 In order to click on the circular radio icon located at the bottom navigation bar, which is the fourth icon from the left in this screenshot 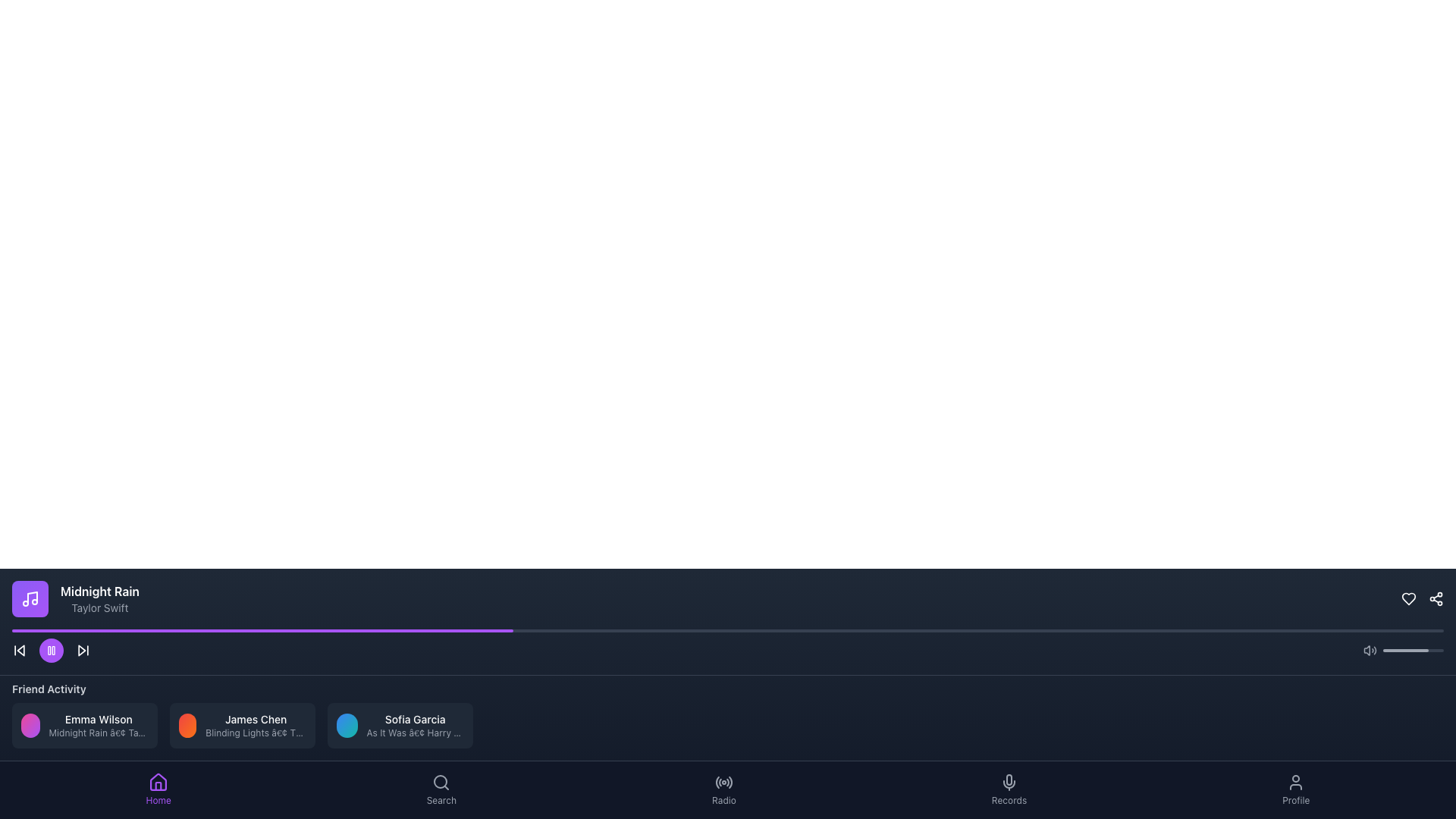, I will do `click(723, 783)`.